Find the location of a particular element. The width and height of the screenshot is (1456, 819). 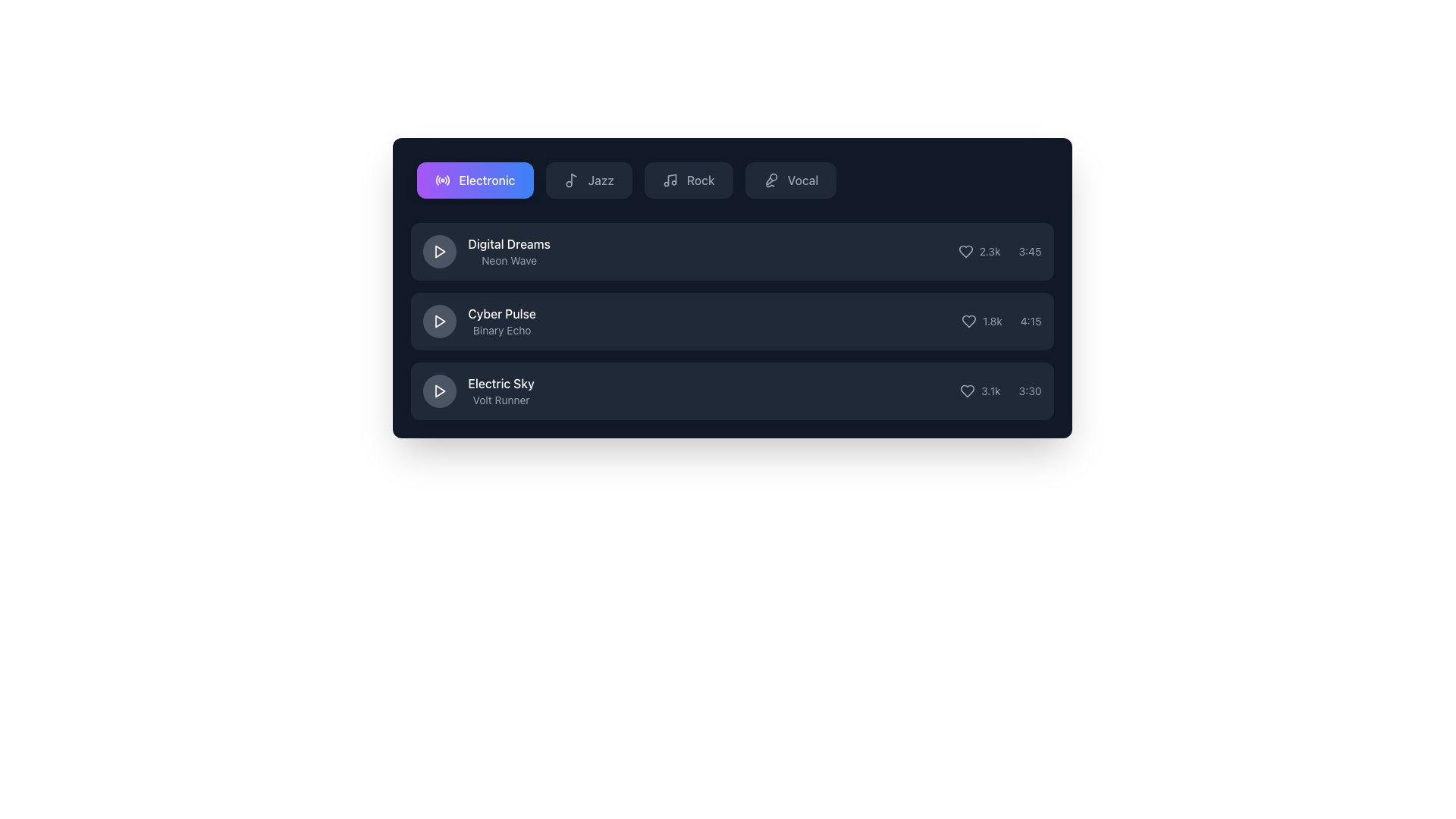

the playlist item titled 'Electric Sky' by 'Volt Runner' is located at coordinates (732, 391).